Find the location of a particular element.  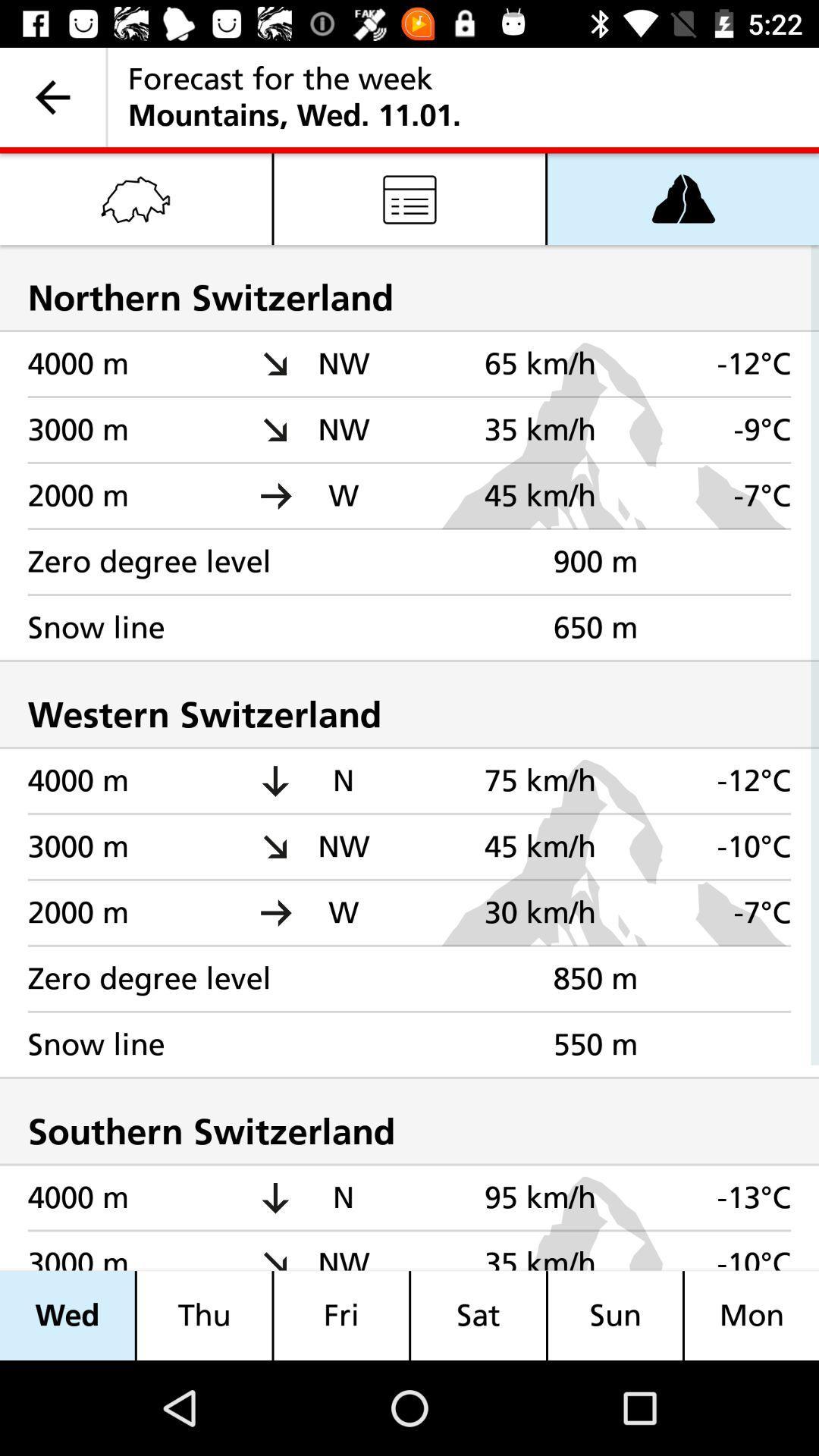

the item next to wed is located at coordinates (203, 1315).